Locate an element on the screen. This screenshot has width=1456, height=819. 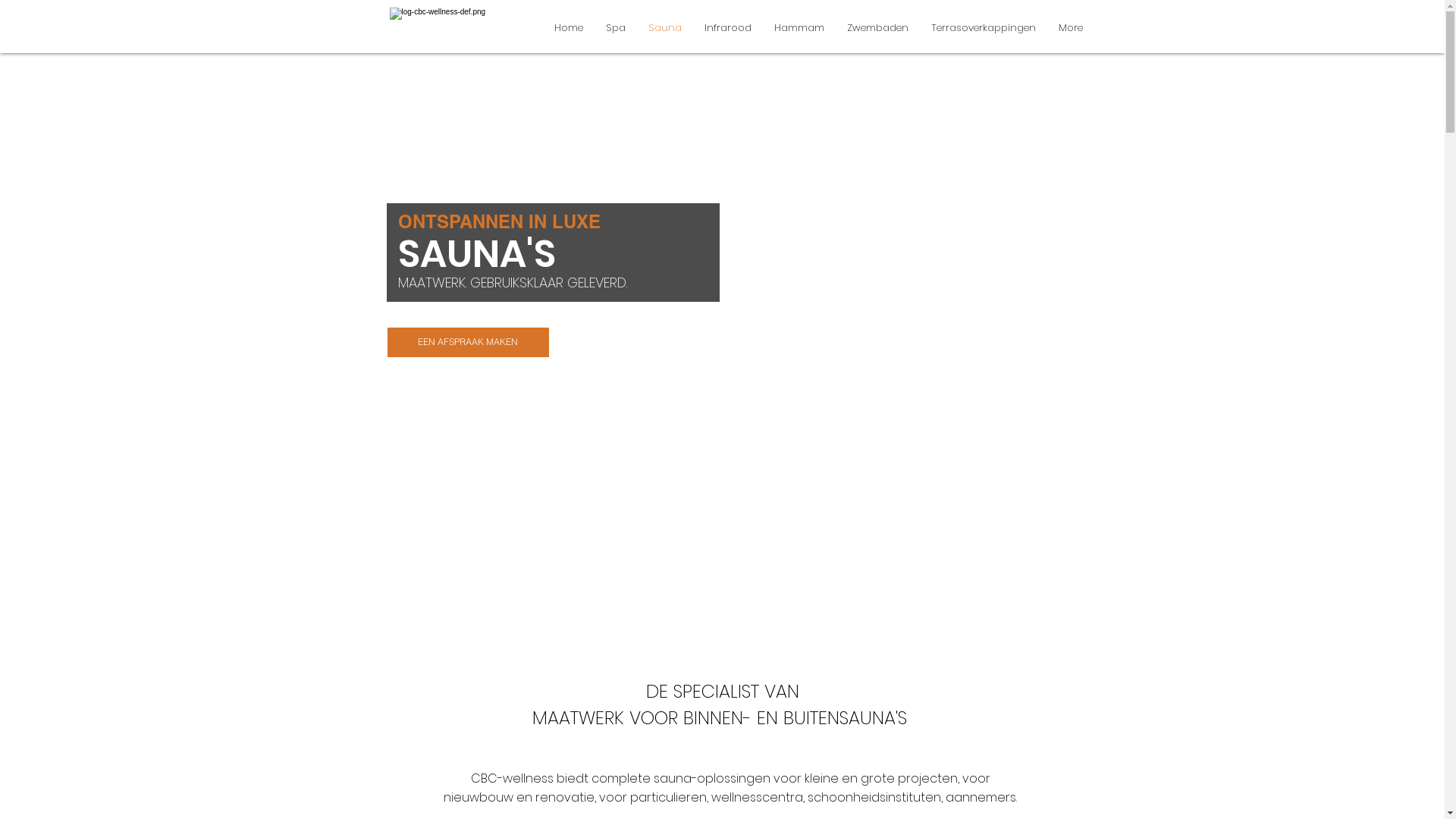
'Infrarood' is located at coordinates (692, 27).